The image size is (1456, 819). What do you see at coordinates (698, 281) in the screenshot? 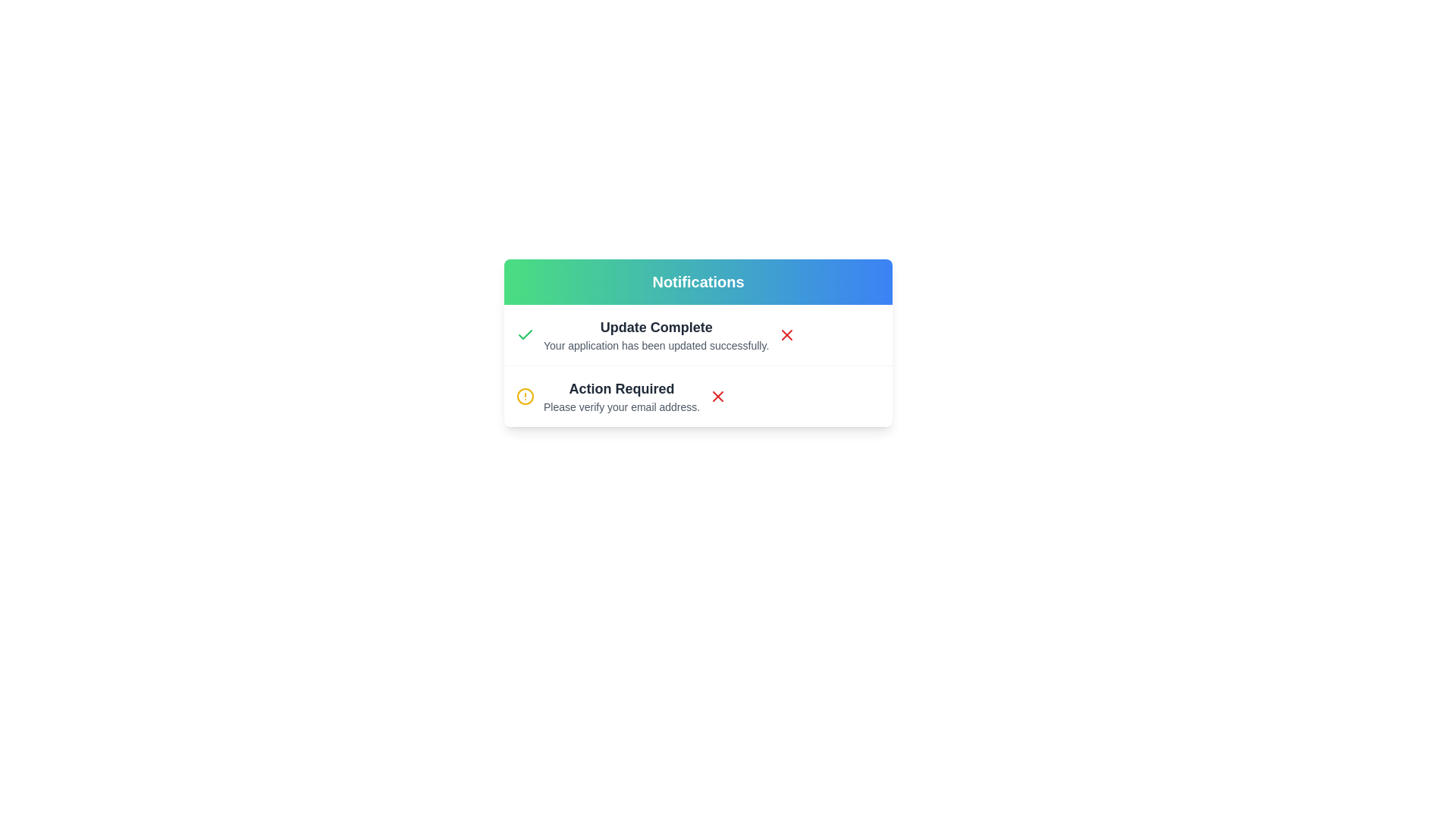
I see `the 'Notifications' text label which is bold, white, and centrally located at the top of a gradient banner transitioning from green to blue` at bounding box center [698, 281].